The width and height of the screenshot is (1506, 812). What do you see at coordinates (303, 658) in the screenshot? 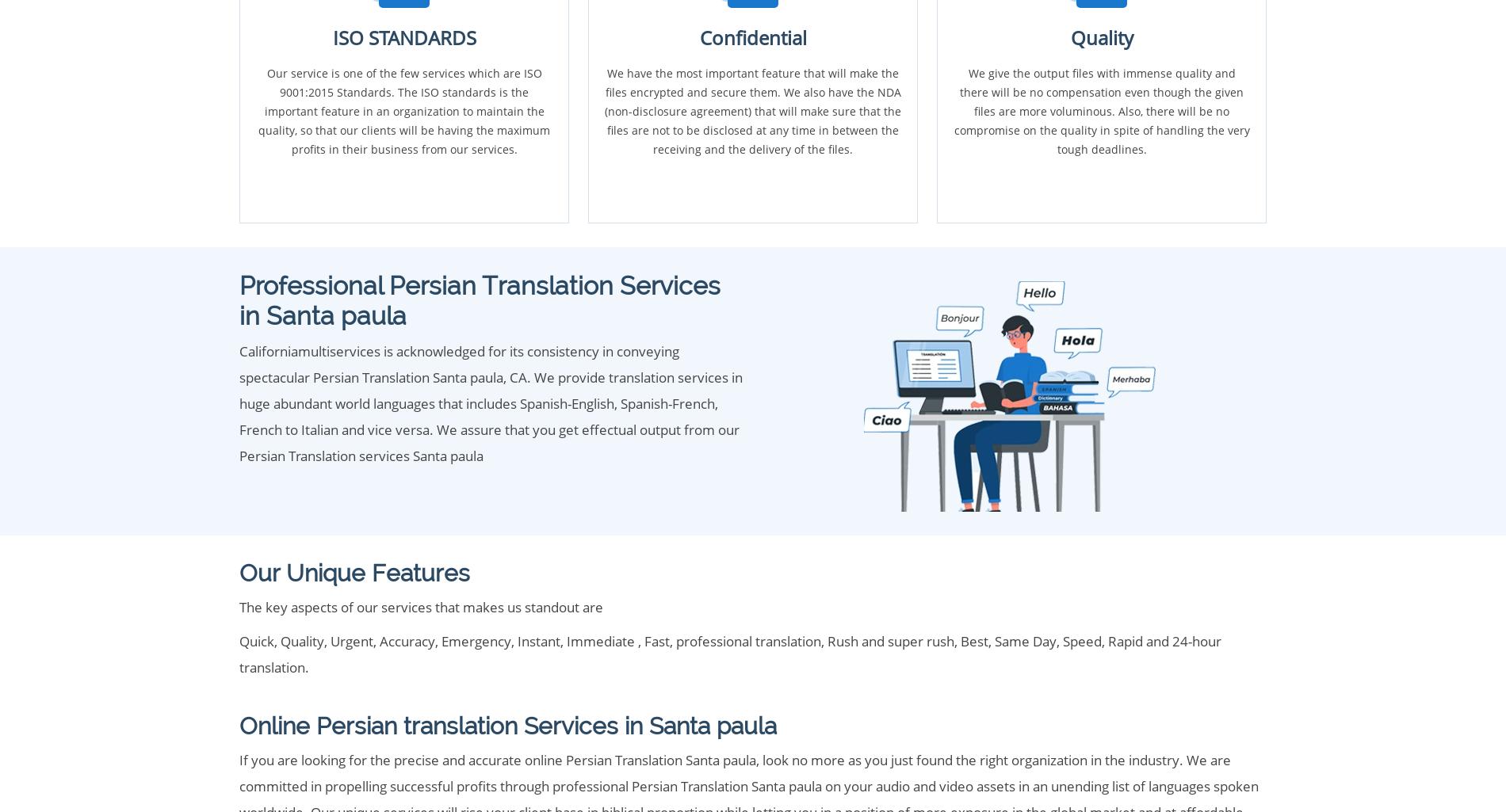
I see `'List of services'` at bounding box center [303, 658].